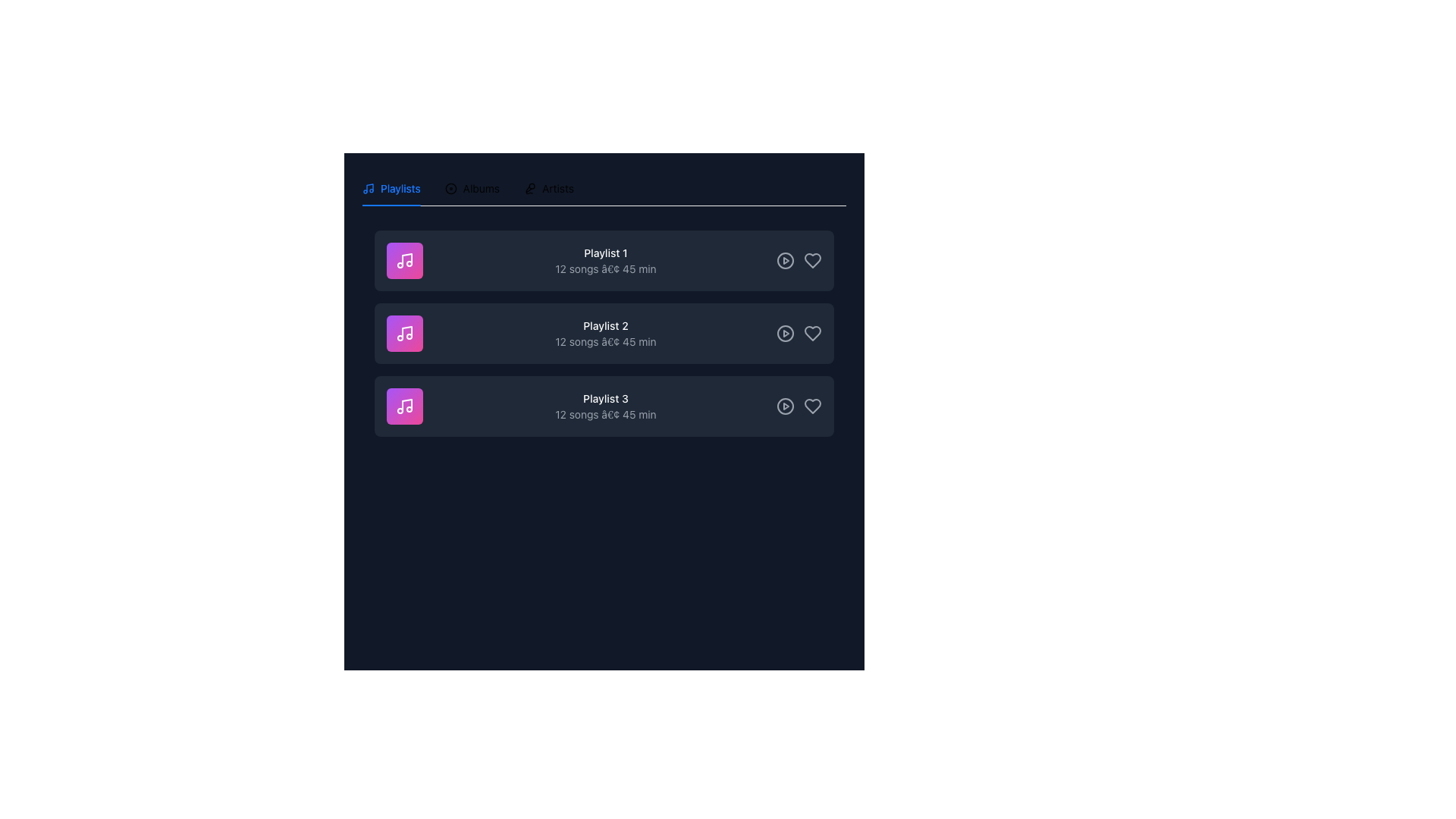 The height and width of the screenshot is (819, 1456). What do you see at coordinates (604, 415) in the screenshot?
I see `the gray-colored text label displaying '12 songs • 45 min' located in the 'Playlist 3' section, which is in the third row of the playlist grid` at bounding box center [604, 415].